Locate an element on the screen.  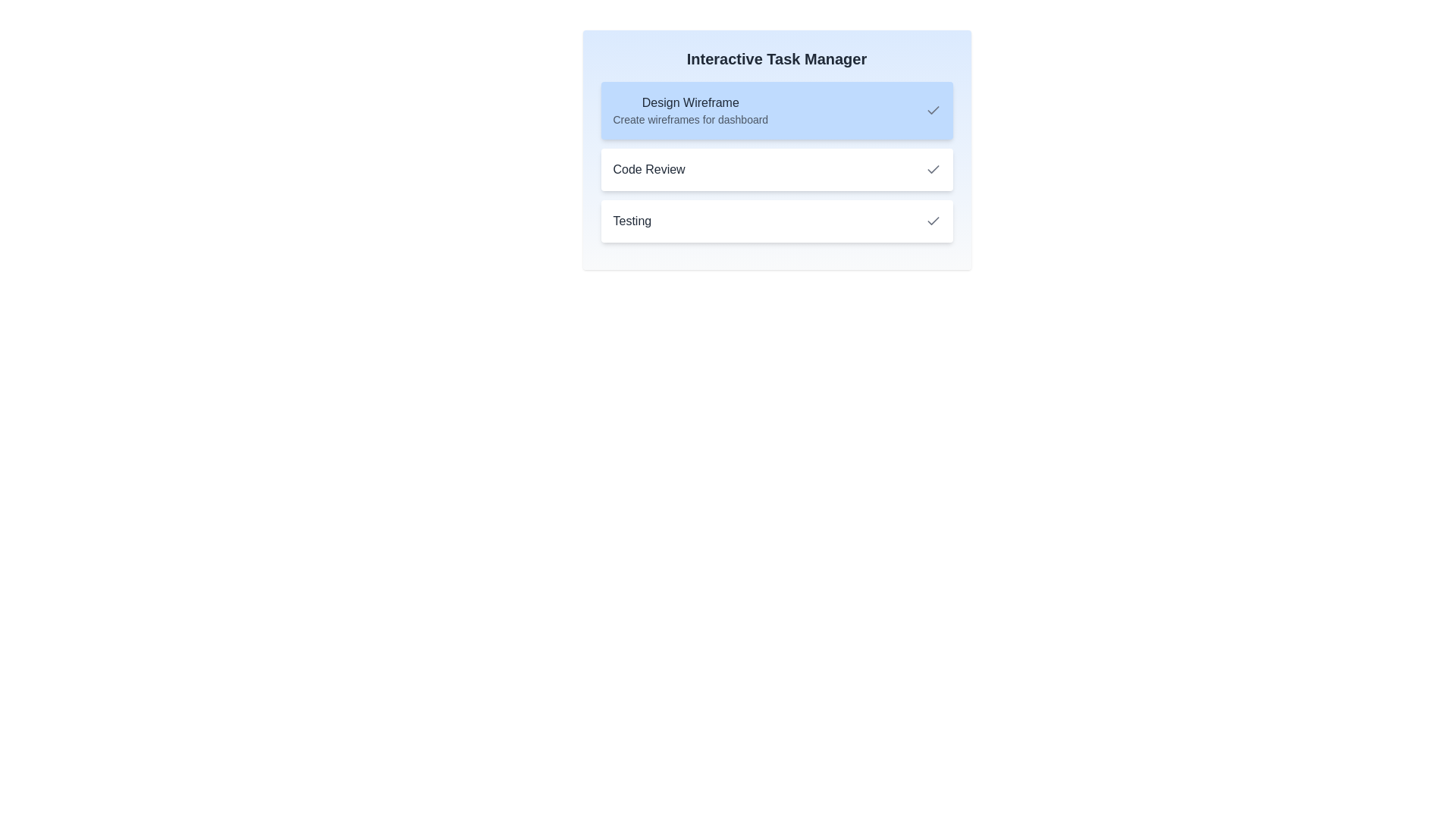
the check icon for task 1 to mark it as completed is located at coordinates (932, 110).